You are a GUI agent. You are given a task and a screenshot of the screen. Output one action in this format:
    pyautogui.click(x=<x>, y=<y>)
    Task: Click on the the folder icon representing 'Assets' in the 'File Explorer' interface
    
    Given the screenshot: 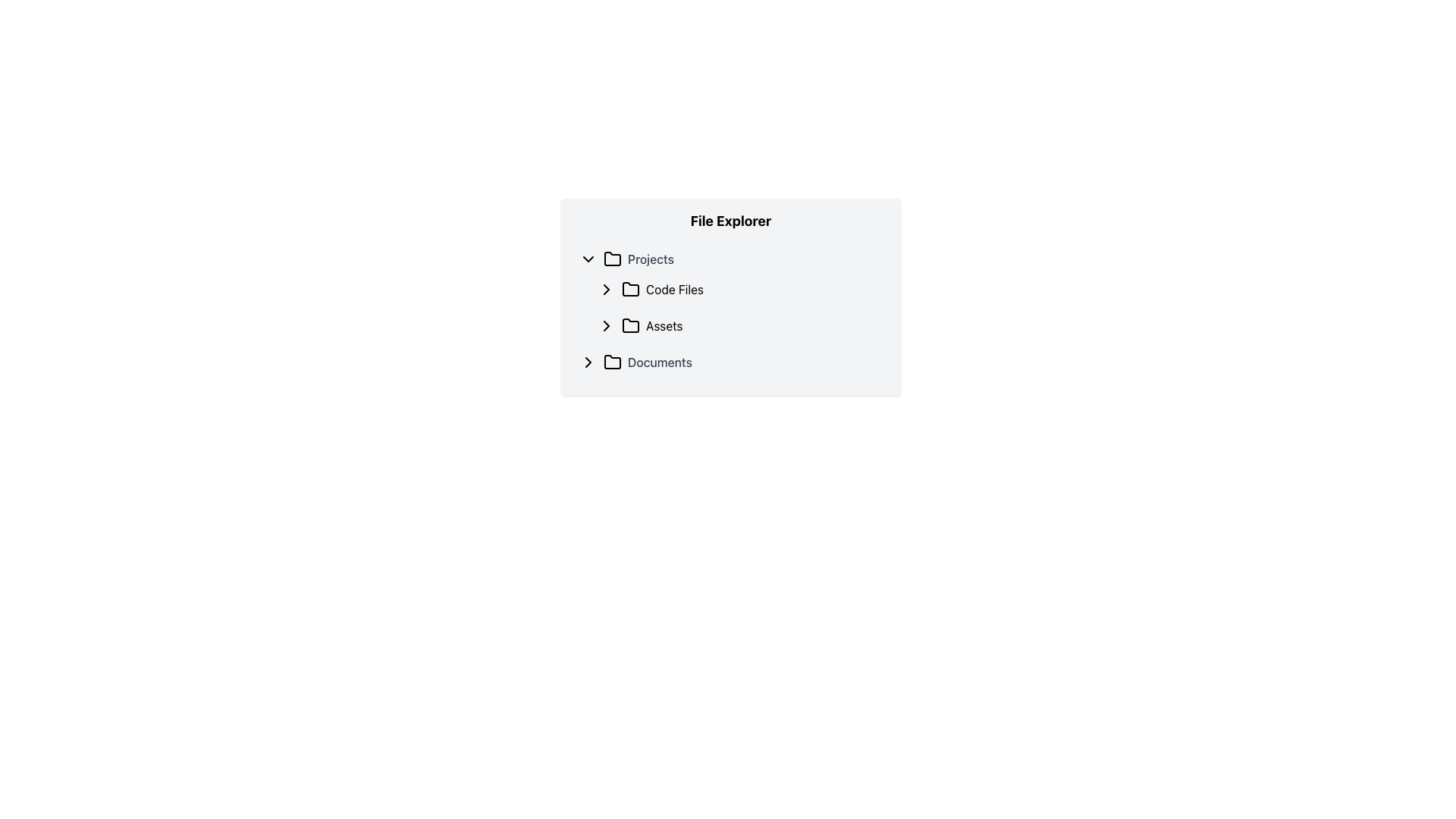 What is the action you would take?
    pyautogui.click(x=630, y=325)
    